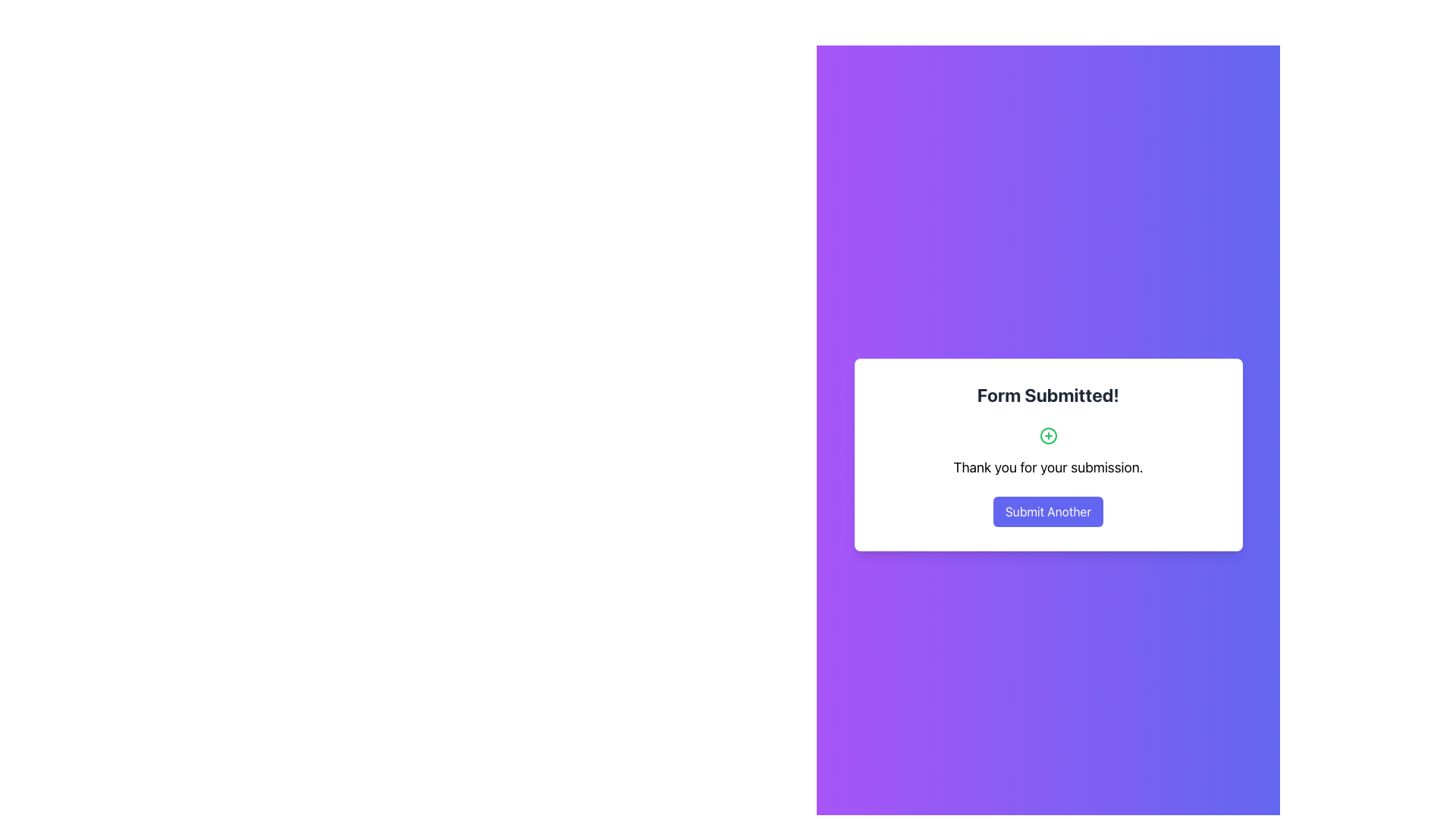 The height and width of the screenshot is (819, 1456). What do you see at coordinates (1047, 454) in the screenshot?
I see `the green plus icon within the Message Dialog Box that confirms the form submission, which contains the text 'Form Submitted!' and a thank-you note` at bounding box center [1047, 454].